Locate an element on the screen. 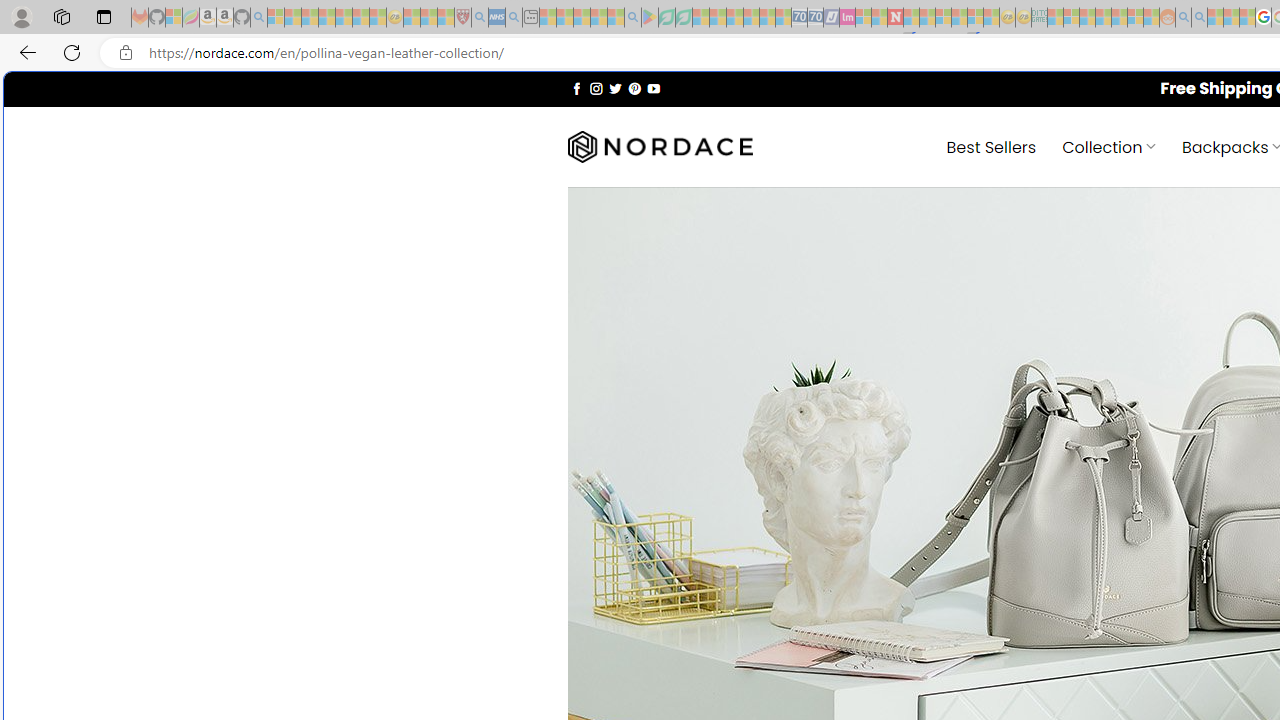  'Bluey: Let' is located at coordinates (650, 17).